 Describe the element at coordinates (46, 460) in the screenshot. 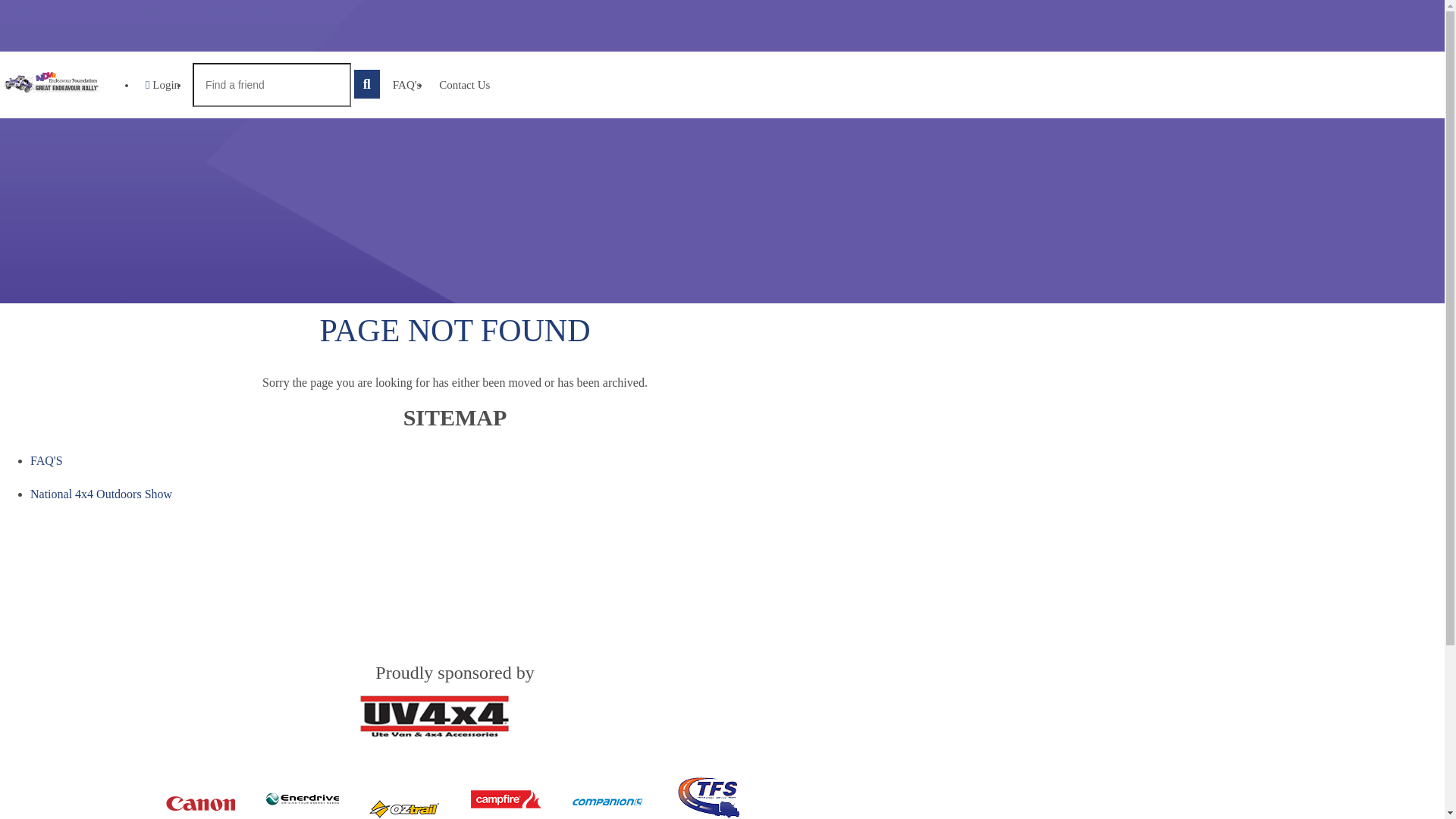

I see `'FAQ'S'` at that location.